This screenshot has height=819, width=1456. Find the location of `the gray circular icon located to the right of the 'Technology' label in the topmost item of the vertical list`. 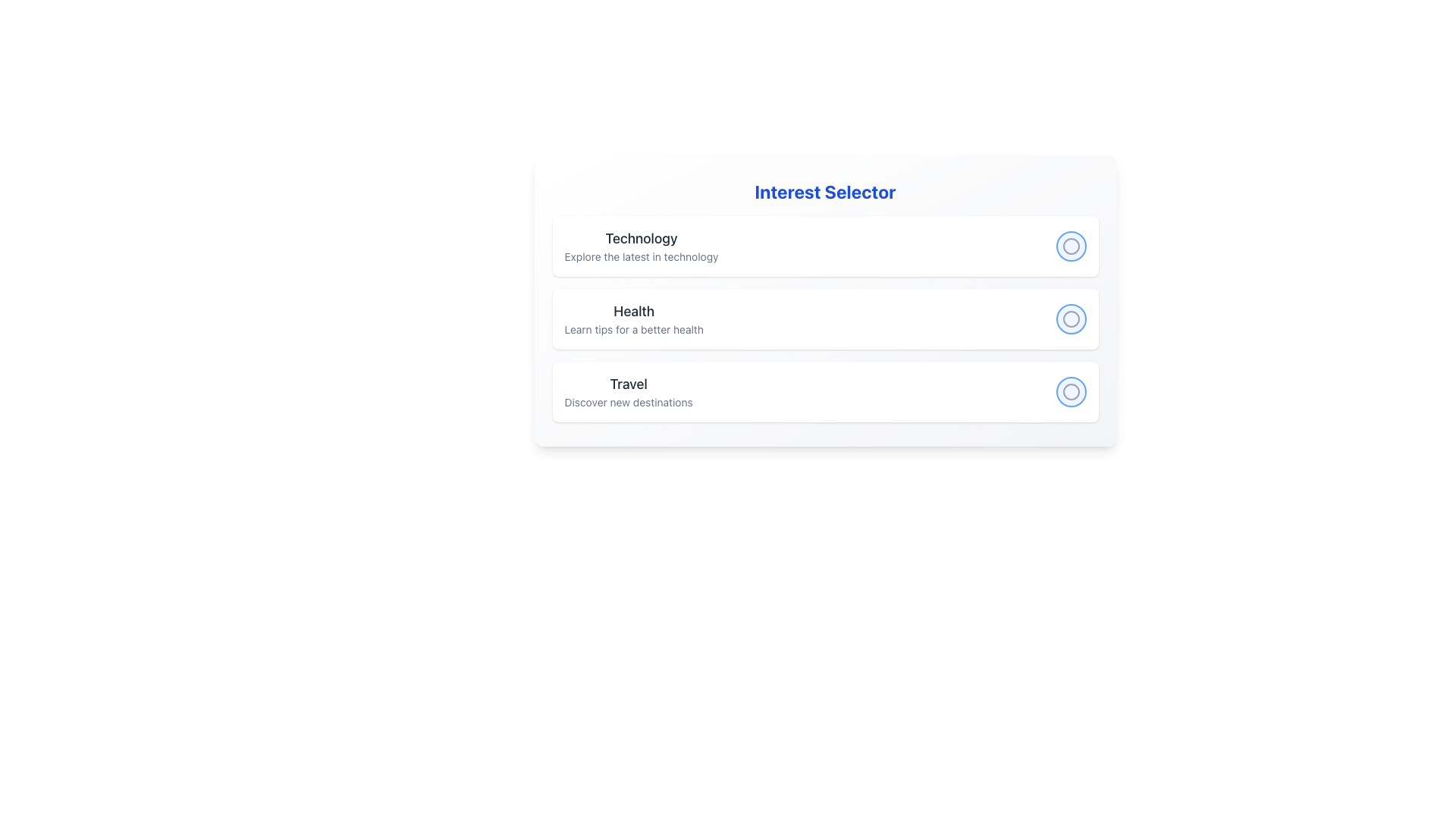

the gray circular icon located to the right of the 'Technology' label in the topmost item of the vertical list is located at coordinates (1070, 245).